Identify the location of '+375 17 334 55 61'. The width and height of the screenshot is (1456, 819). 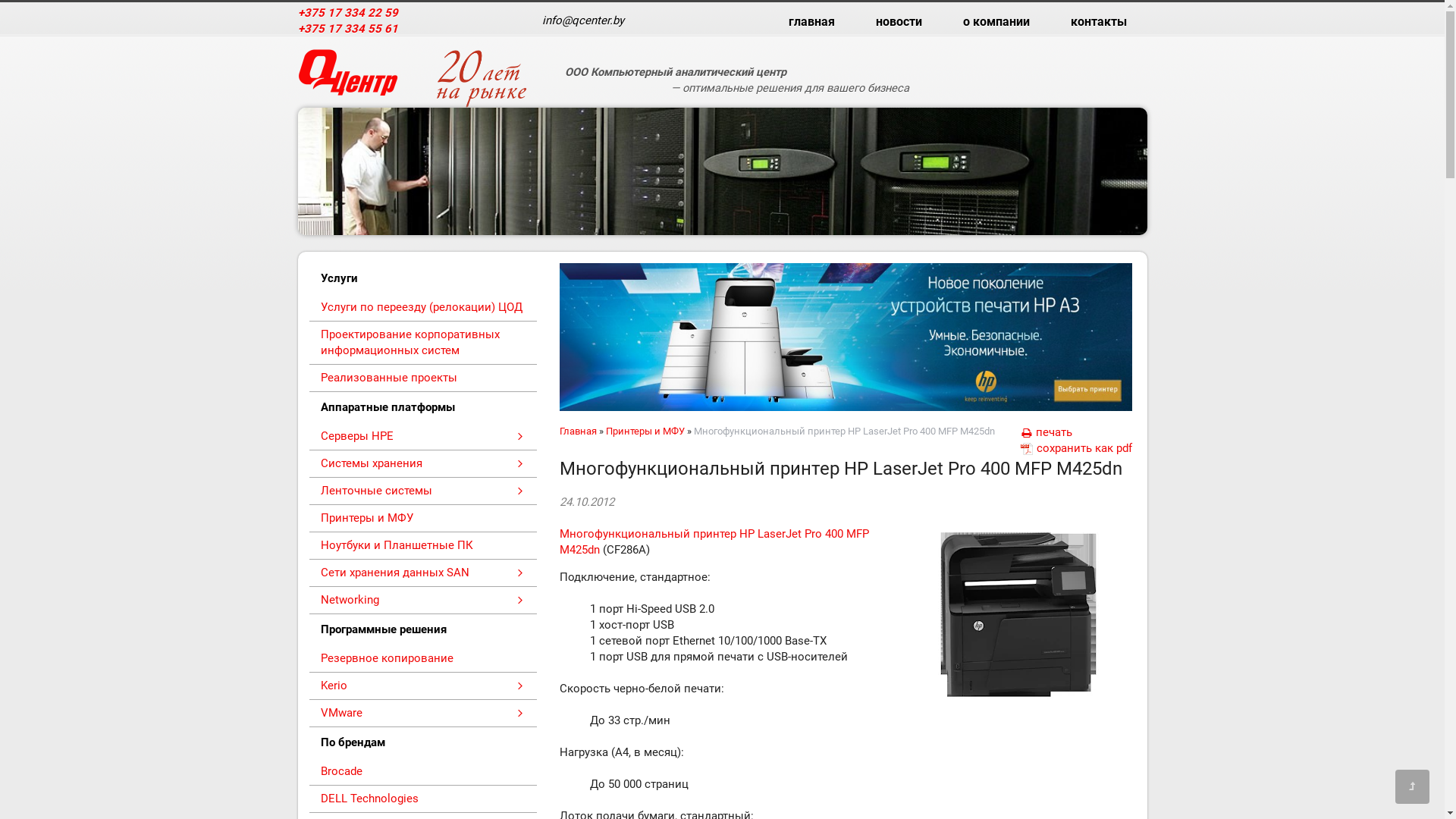
(346, 29).